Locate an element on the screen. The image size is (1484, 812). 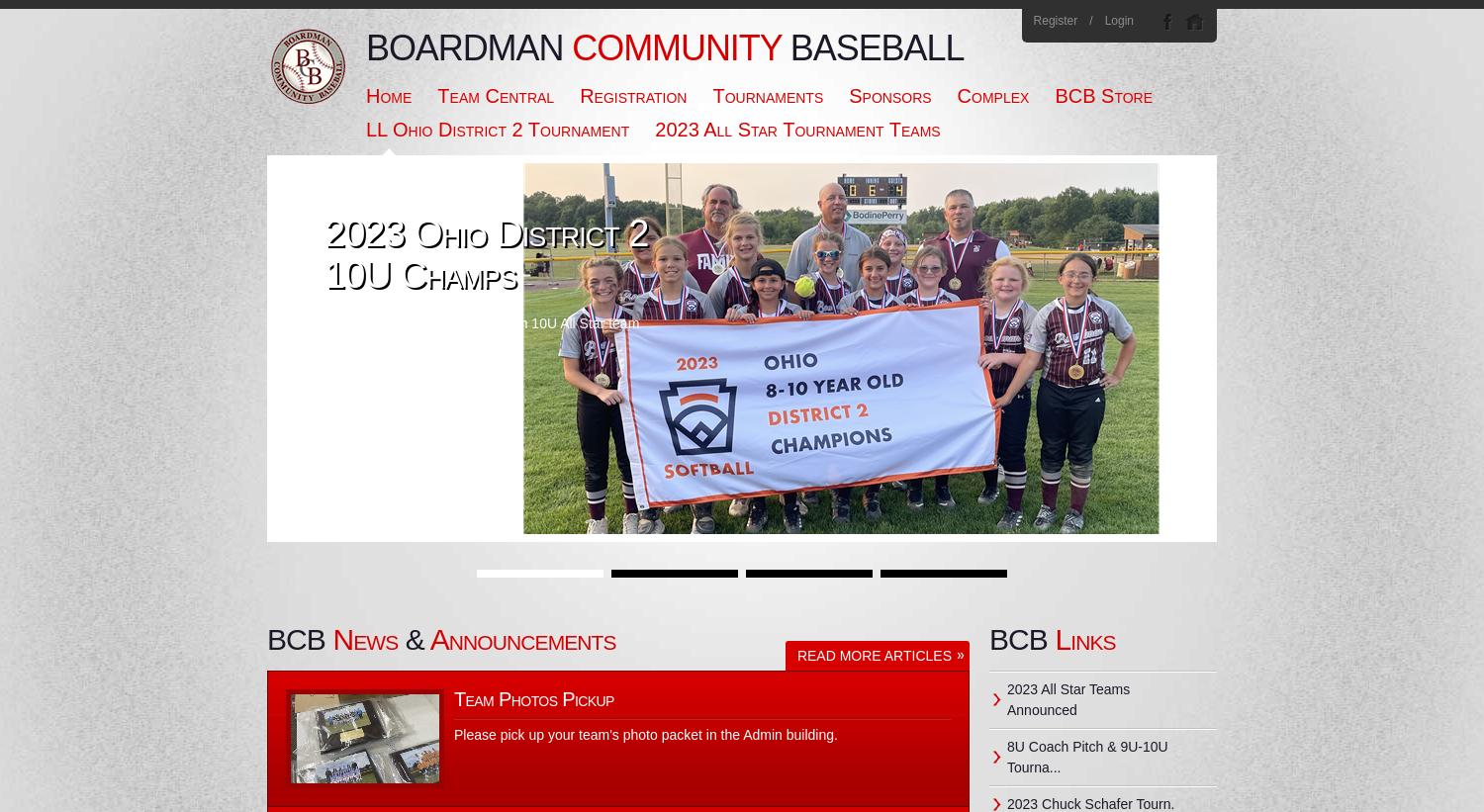
'2023 Chuck Schafer Tourn.' is located at coordinates (1007, 804).